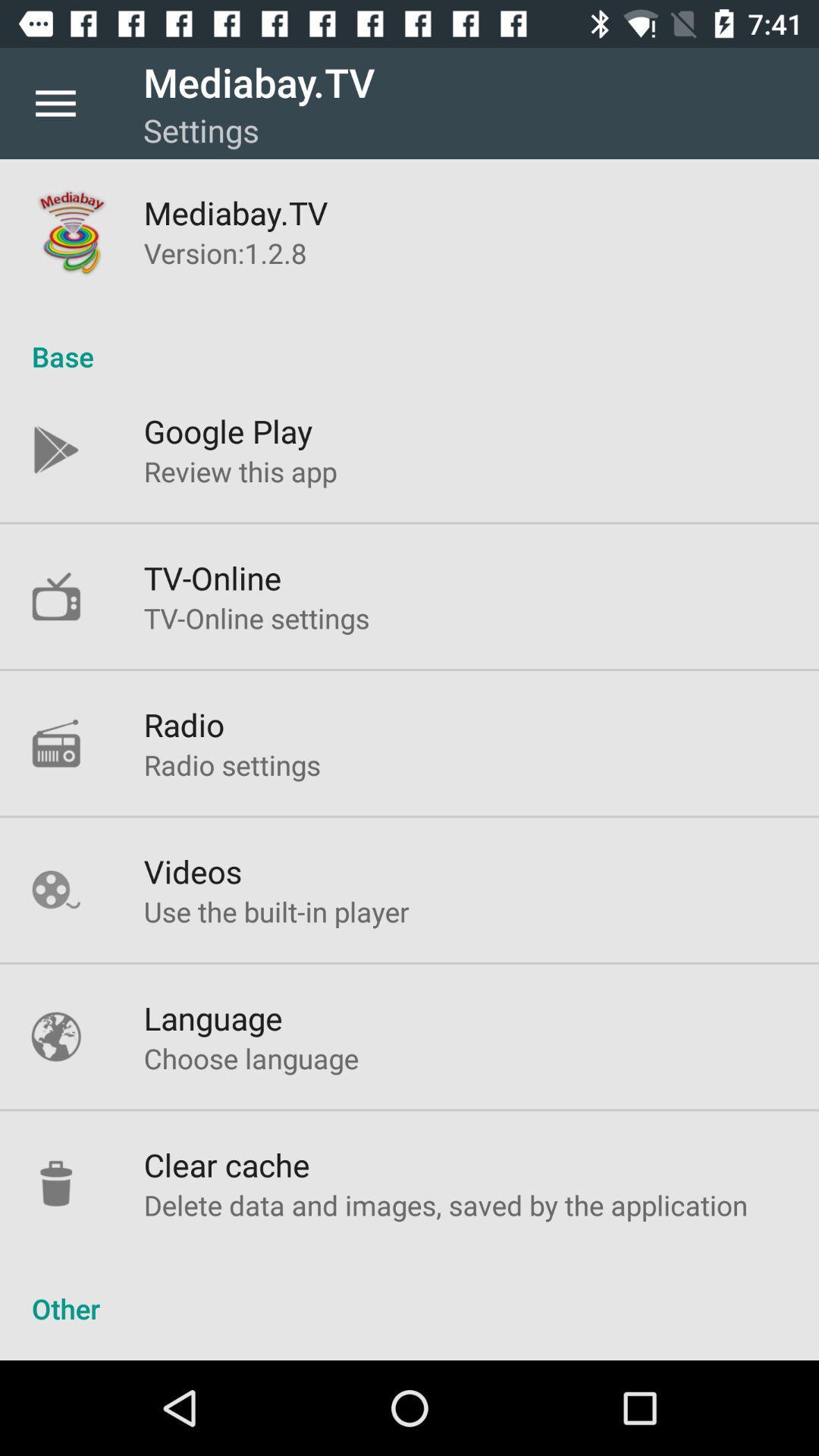 The width and height of the screenshot is (819, 1456). What do you see at coordinates (228, 430) in the screenshot?
I see `the icon below base` at bounding box center [228, 430].